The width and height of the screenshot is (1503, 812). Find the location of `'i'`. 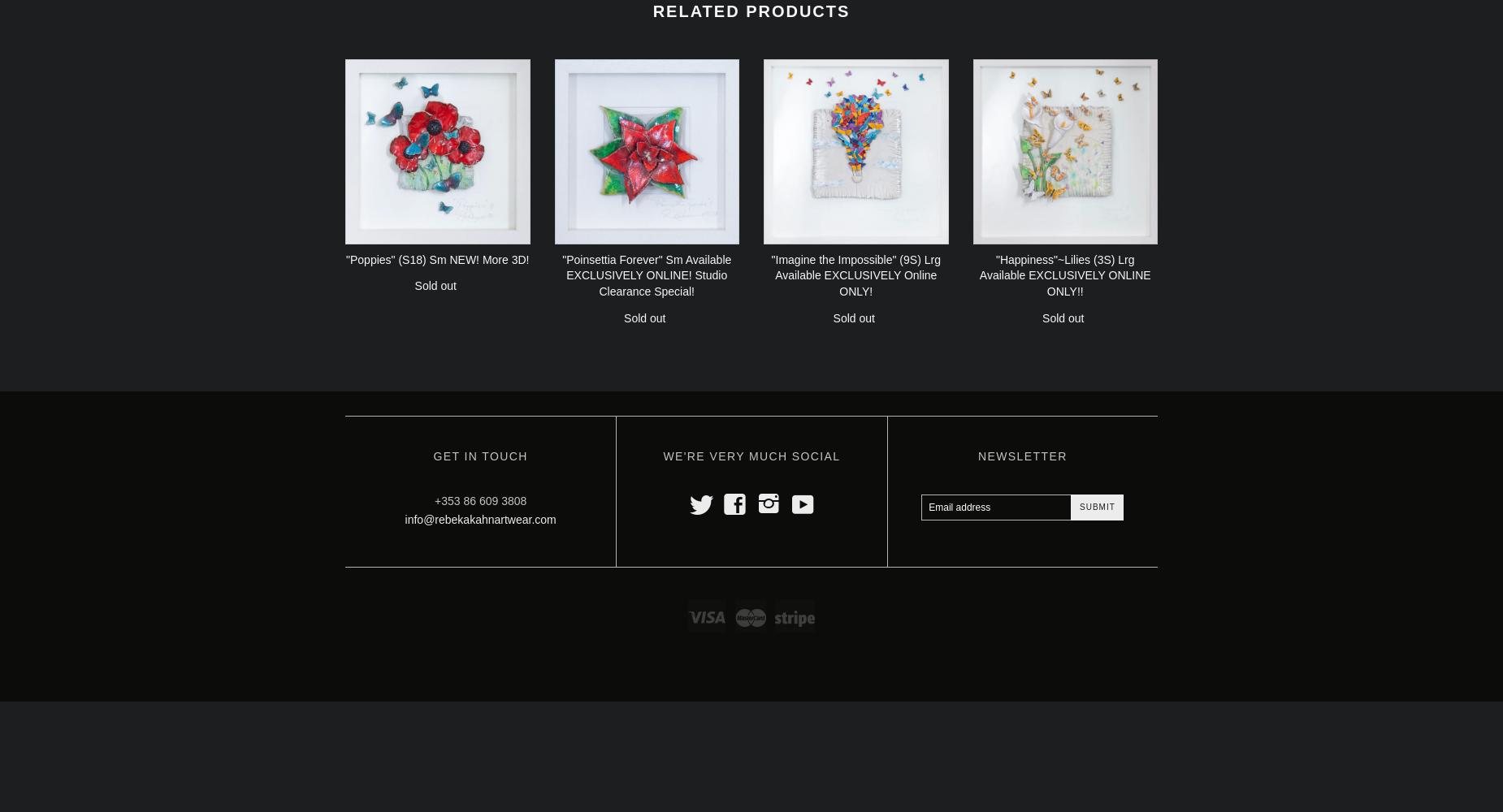

'i' is located at coordinates (768, 501).